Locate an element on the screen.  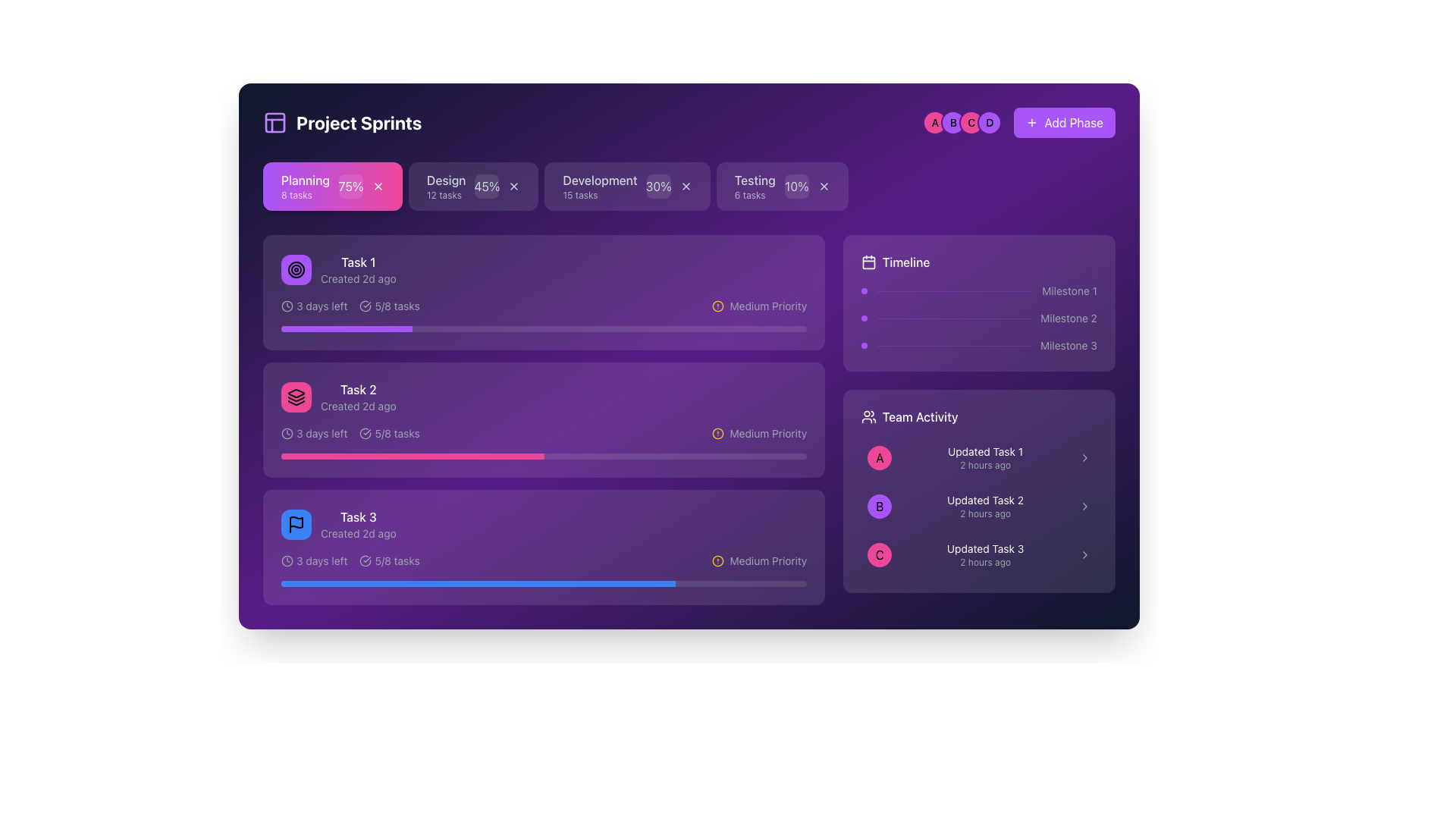
the purple progress bar segment that indicates the filled section of the first task's progress bar is located at coordinates (346, 328).